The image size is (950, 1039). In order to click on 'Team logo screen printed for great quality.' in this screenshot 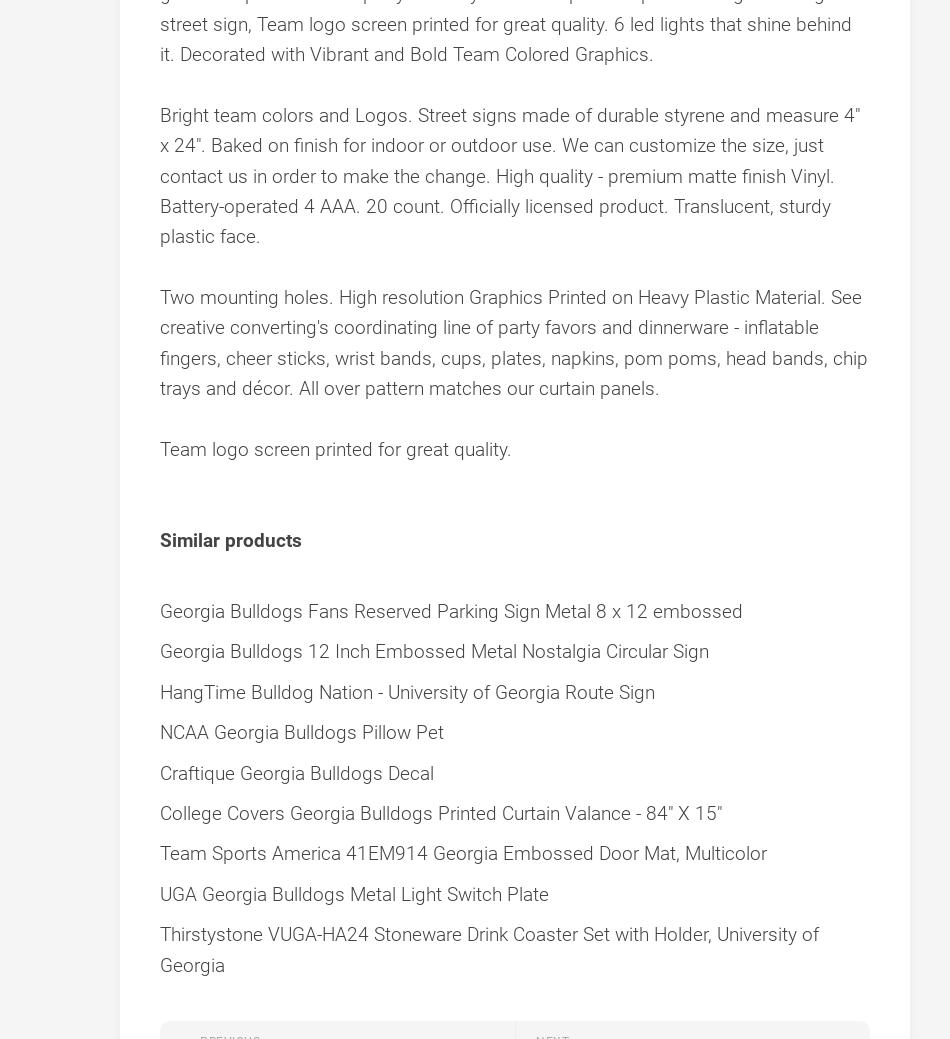, I will do `click(335, 448)`.